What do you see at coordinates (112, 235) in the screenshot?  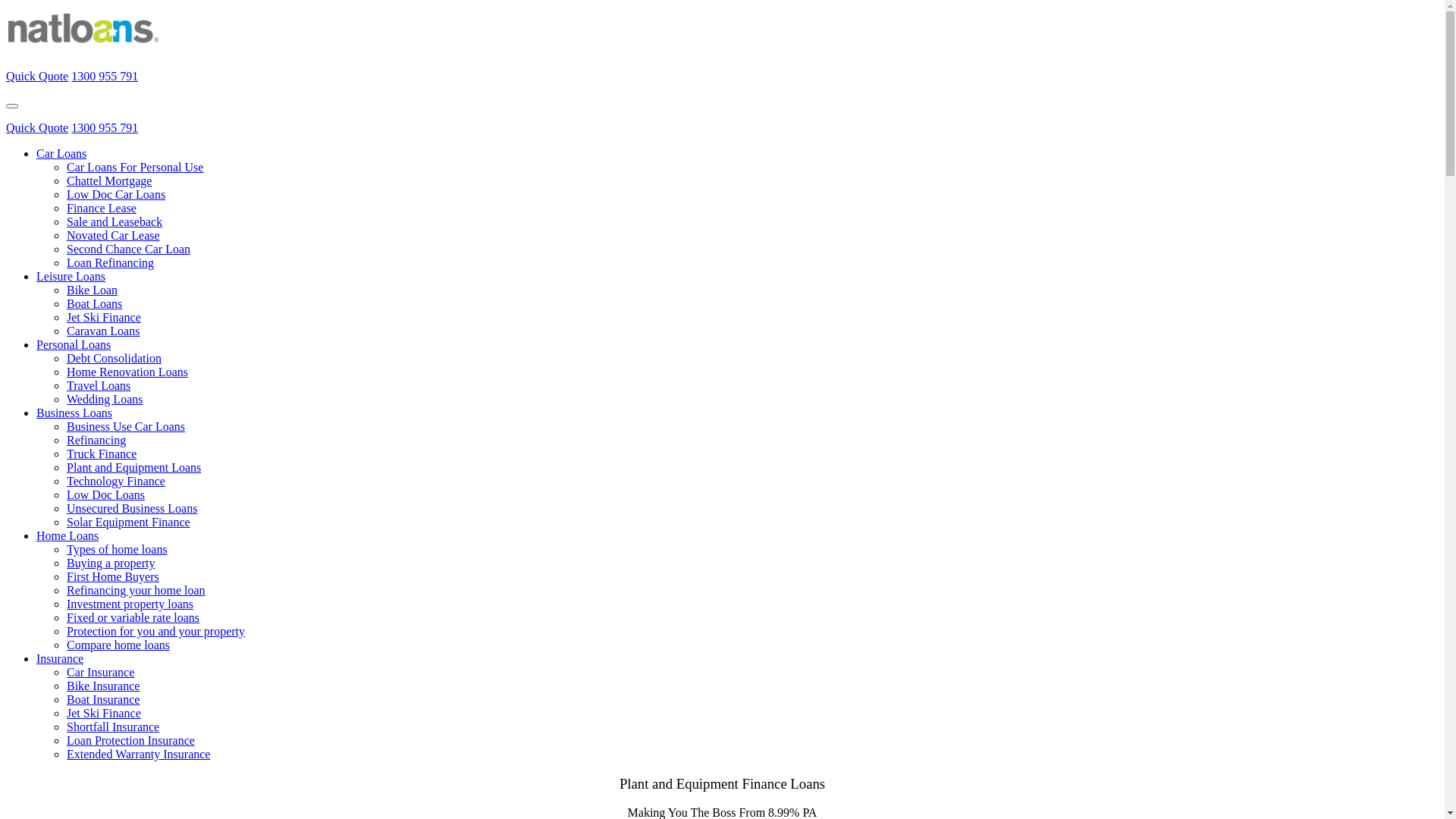 I see `'Novated Car Lease'` at bounding box center [112, 235].